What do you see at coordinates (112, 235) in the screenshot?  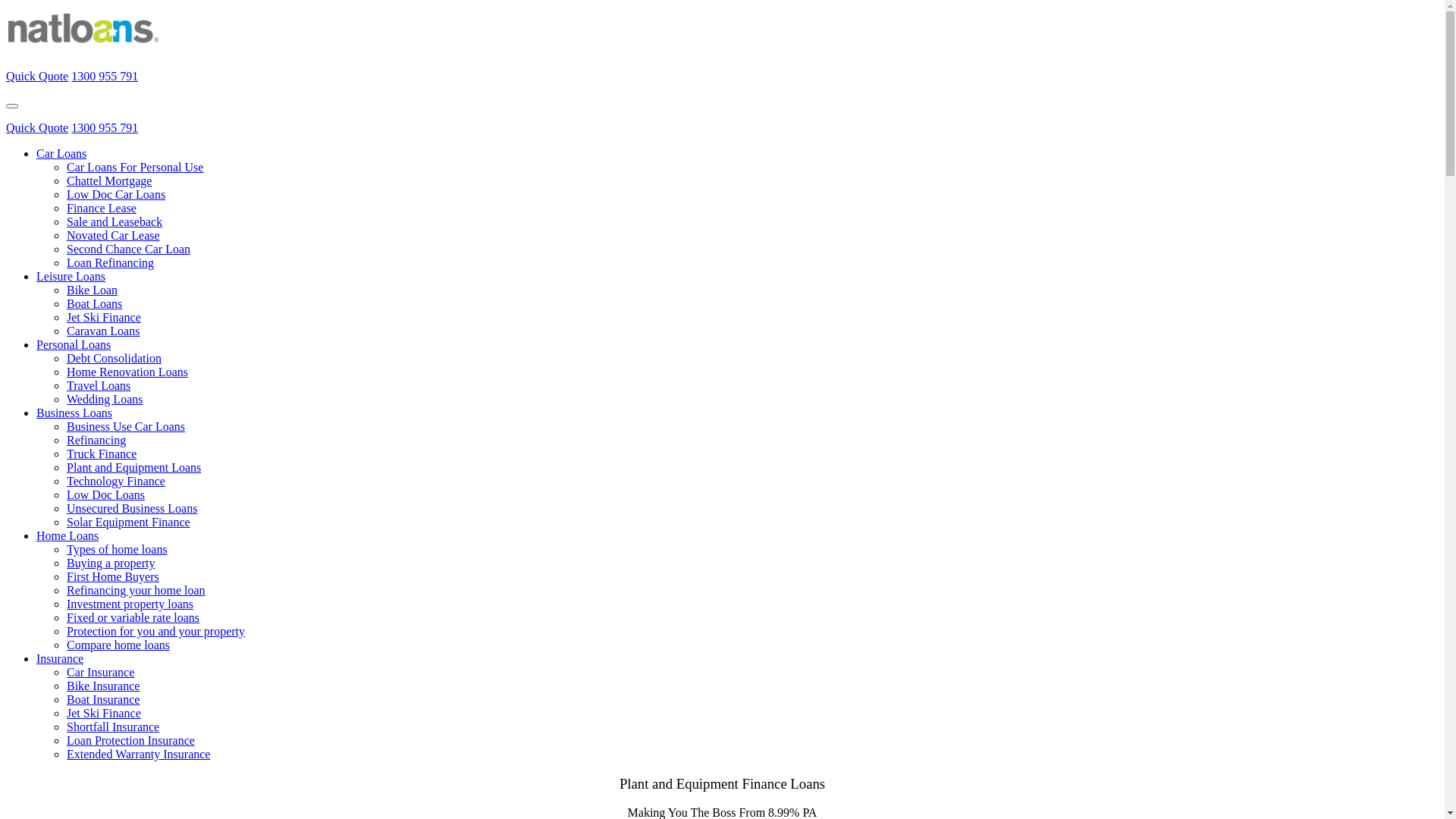 I see `'Novated Car Lease'` at bounding box center [112, 235].